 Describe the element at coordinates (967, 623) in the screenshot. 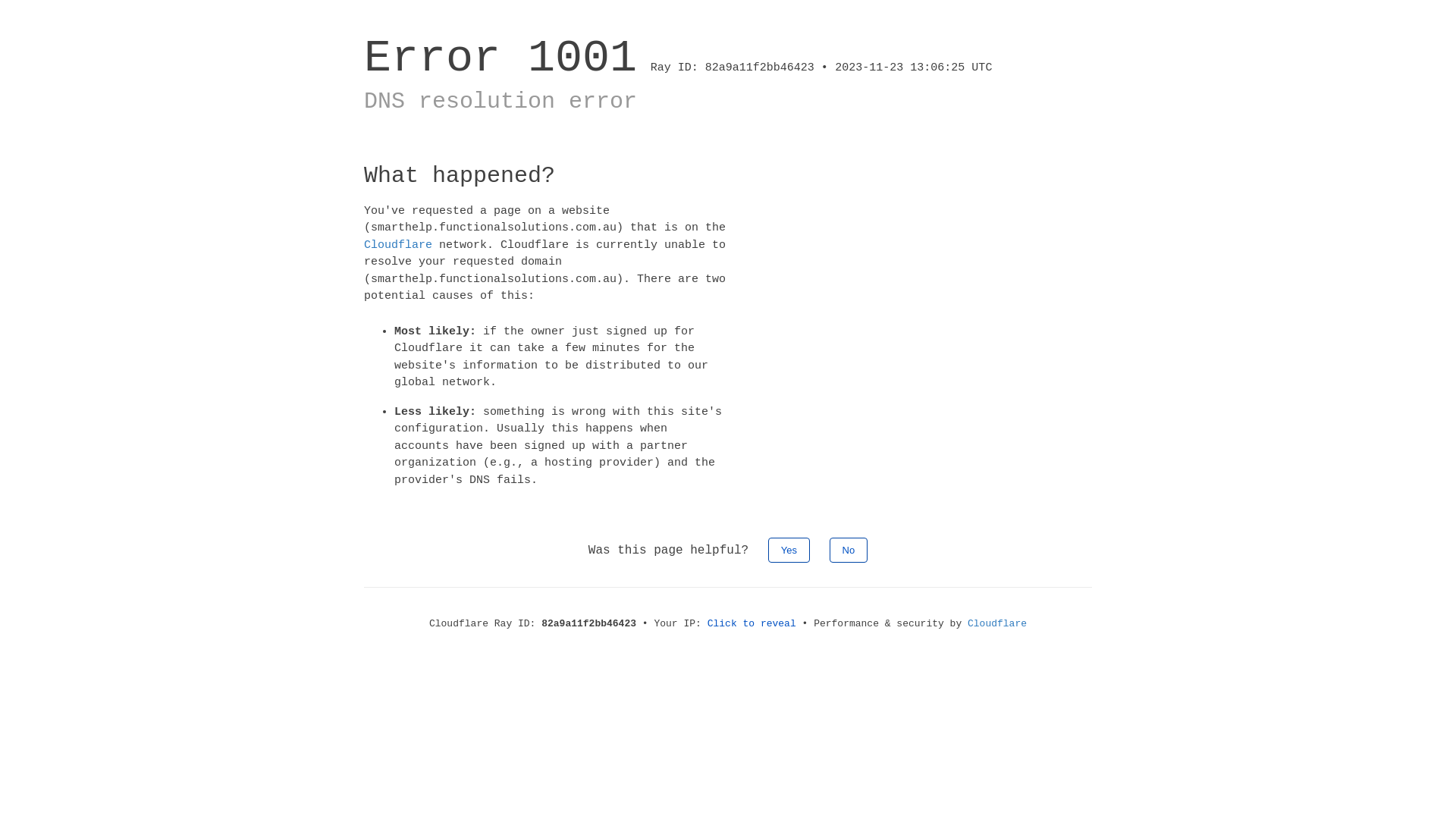

I see `'Cloudflare'` at that location.